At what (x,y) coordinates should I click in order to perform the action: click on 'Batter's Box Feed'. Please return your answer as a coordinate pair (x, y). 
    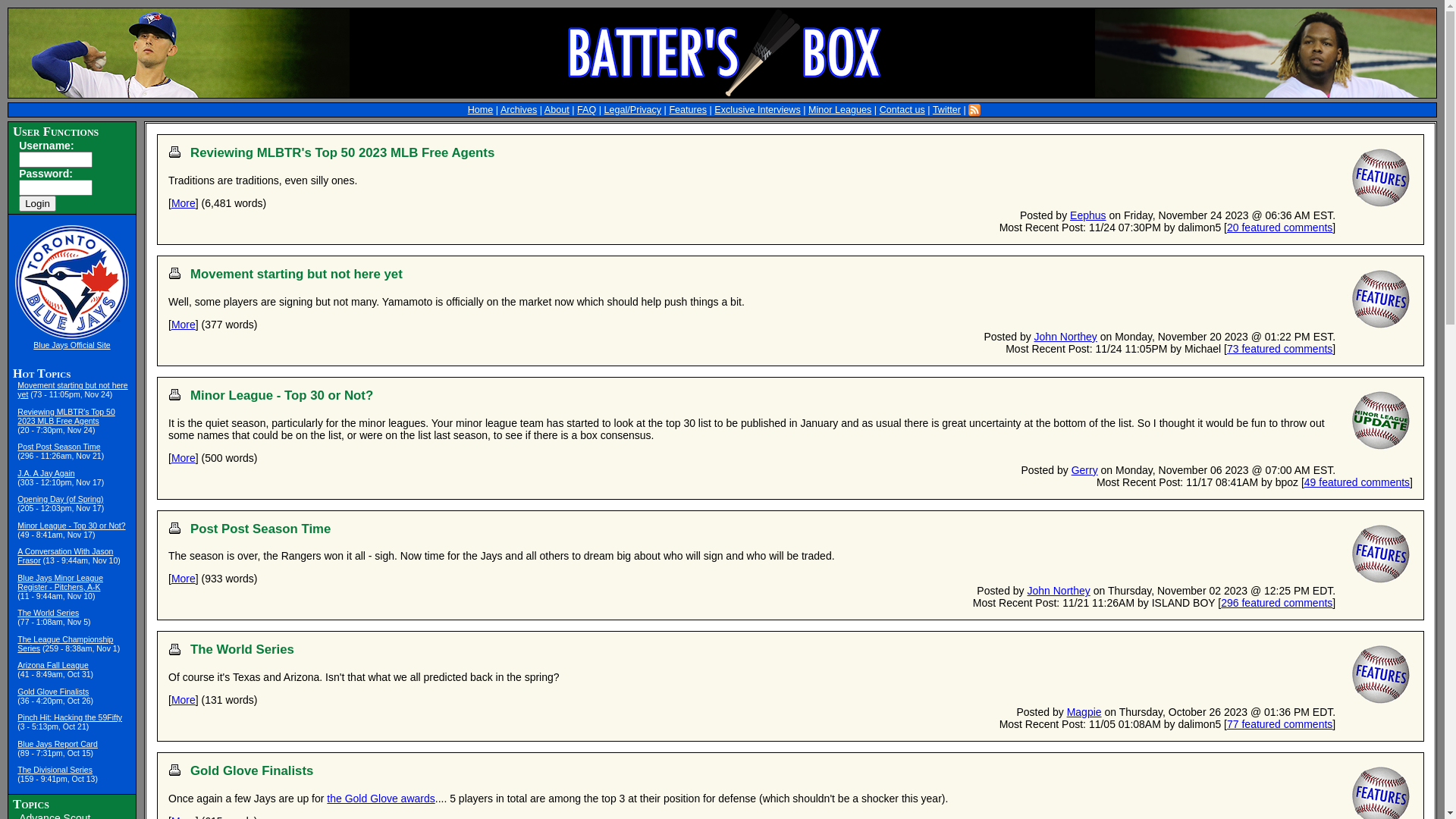
    Looking at the image, I should click on (974, 109).